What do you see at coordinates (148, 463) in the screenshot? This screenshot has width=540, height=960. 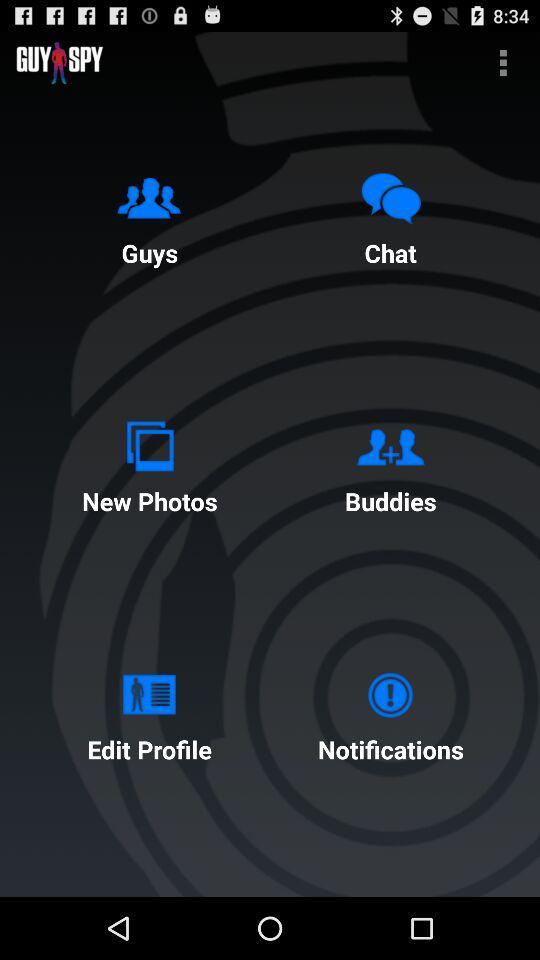 I see `the new photos` at bounding box center [148, 463].